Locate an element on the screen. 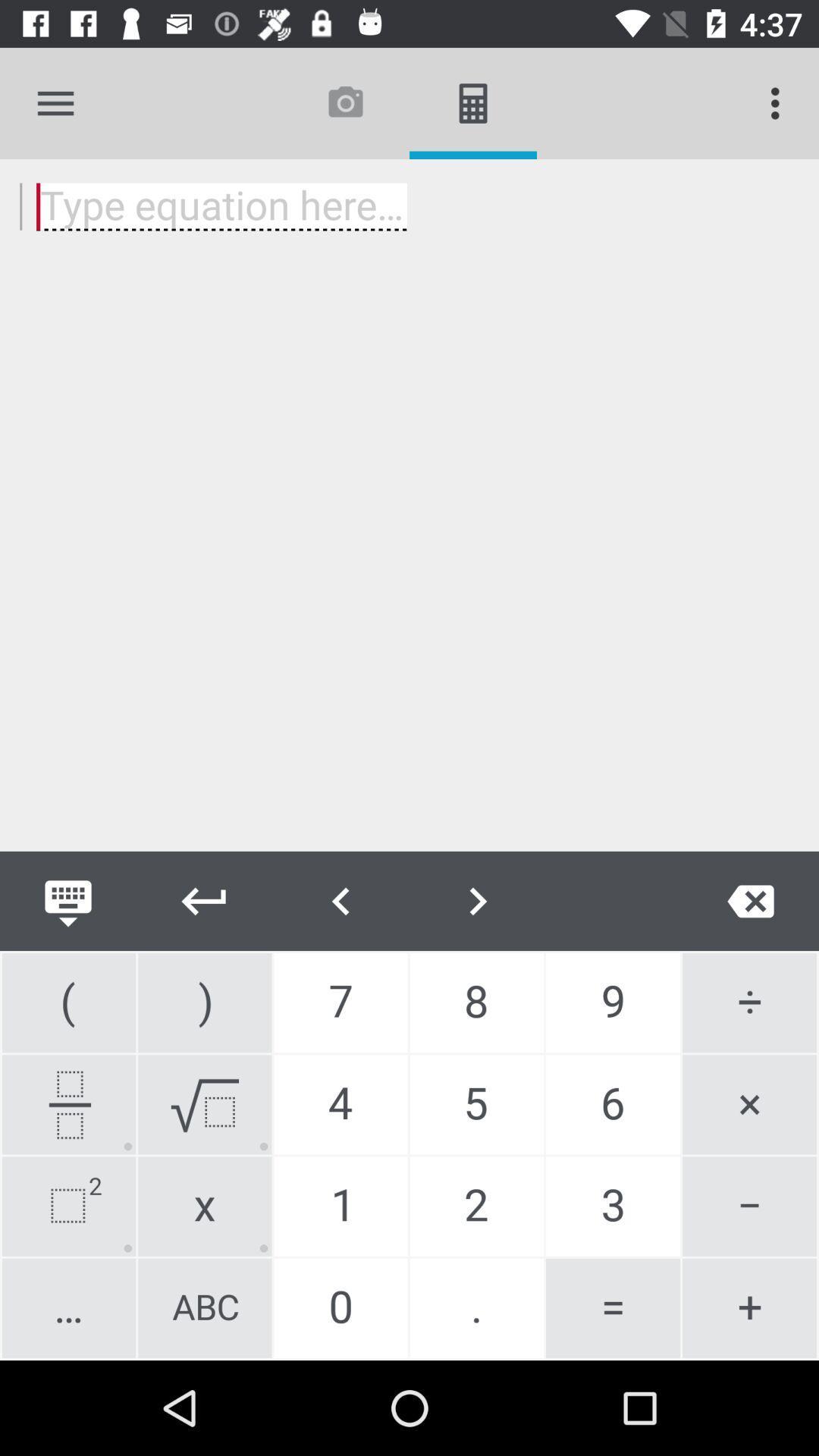 The height and width of the screenshot is (1456, 819). the arrow_forward icon is located at coordinates (476, 901).